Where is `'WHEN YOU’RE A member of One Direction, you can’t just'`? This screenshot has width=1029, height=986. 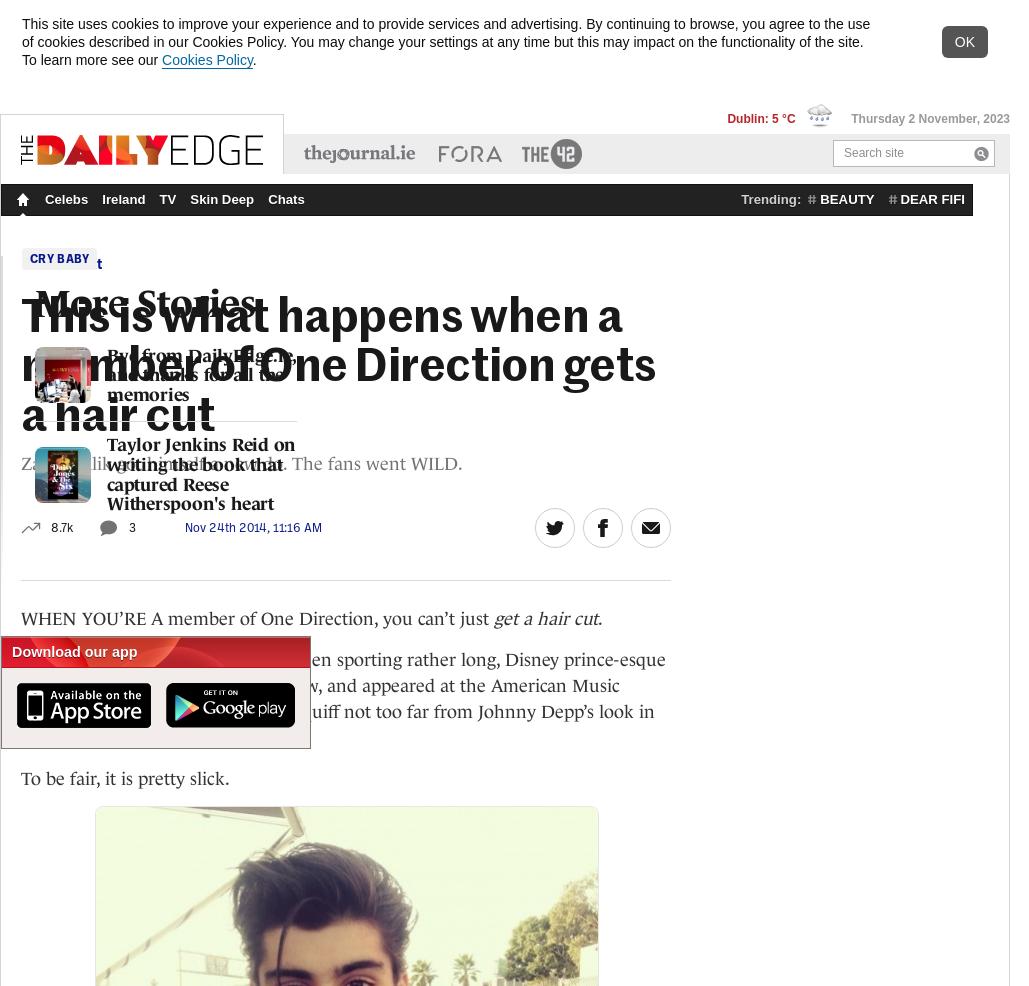
'WHEN YOU’RE A member of One Direction, you can’t just' is located at coordinates (256, 617).